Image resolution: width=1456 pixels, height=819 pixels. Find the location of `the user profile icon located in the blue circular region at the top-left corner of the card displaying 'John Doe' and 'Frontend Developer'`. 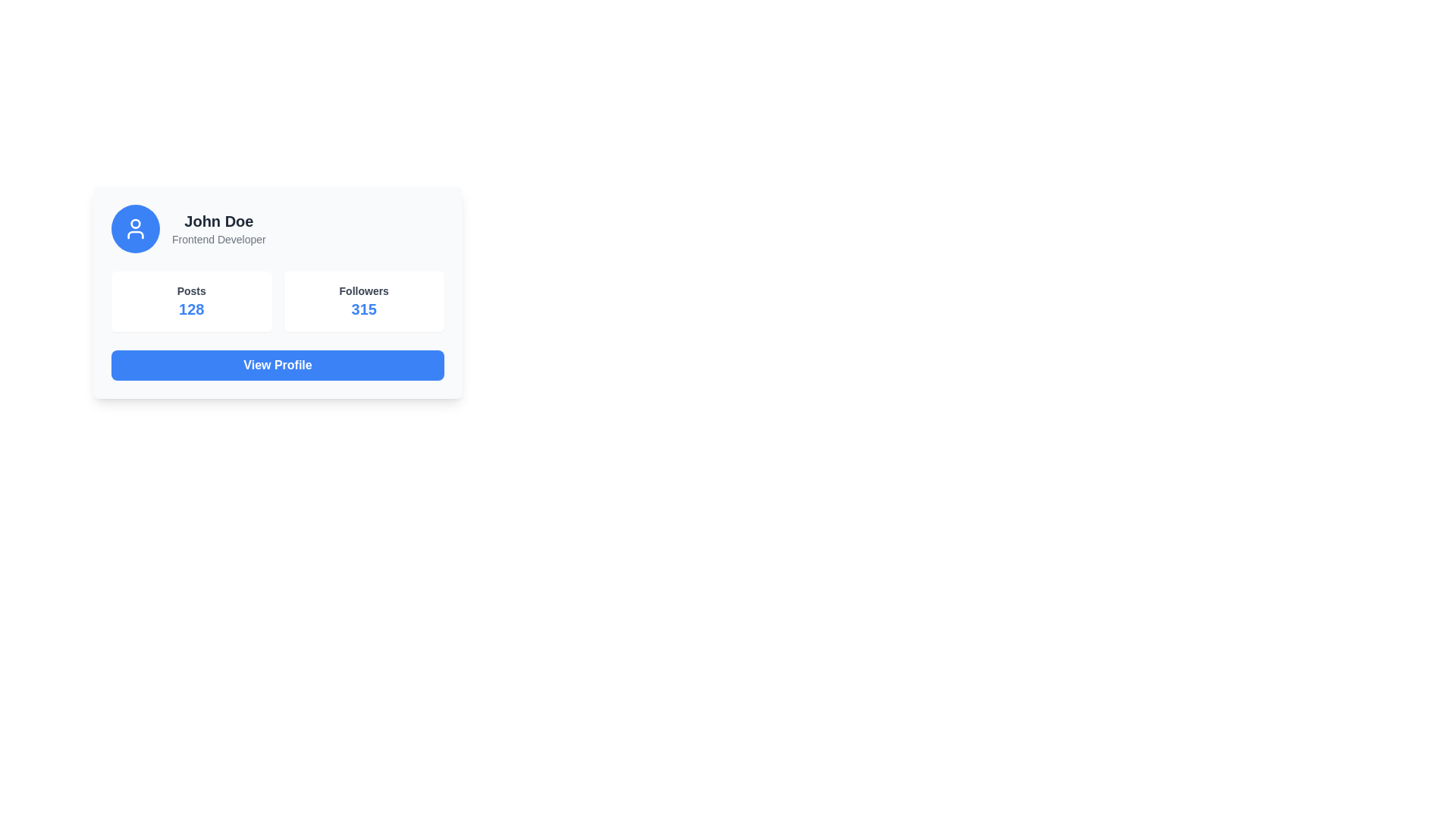

the user profile icon located in the blue circular region at the top-left corner of the card displaying 'John Doe' and 'Frontend Developer' is located at coordinates (135, 228).